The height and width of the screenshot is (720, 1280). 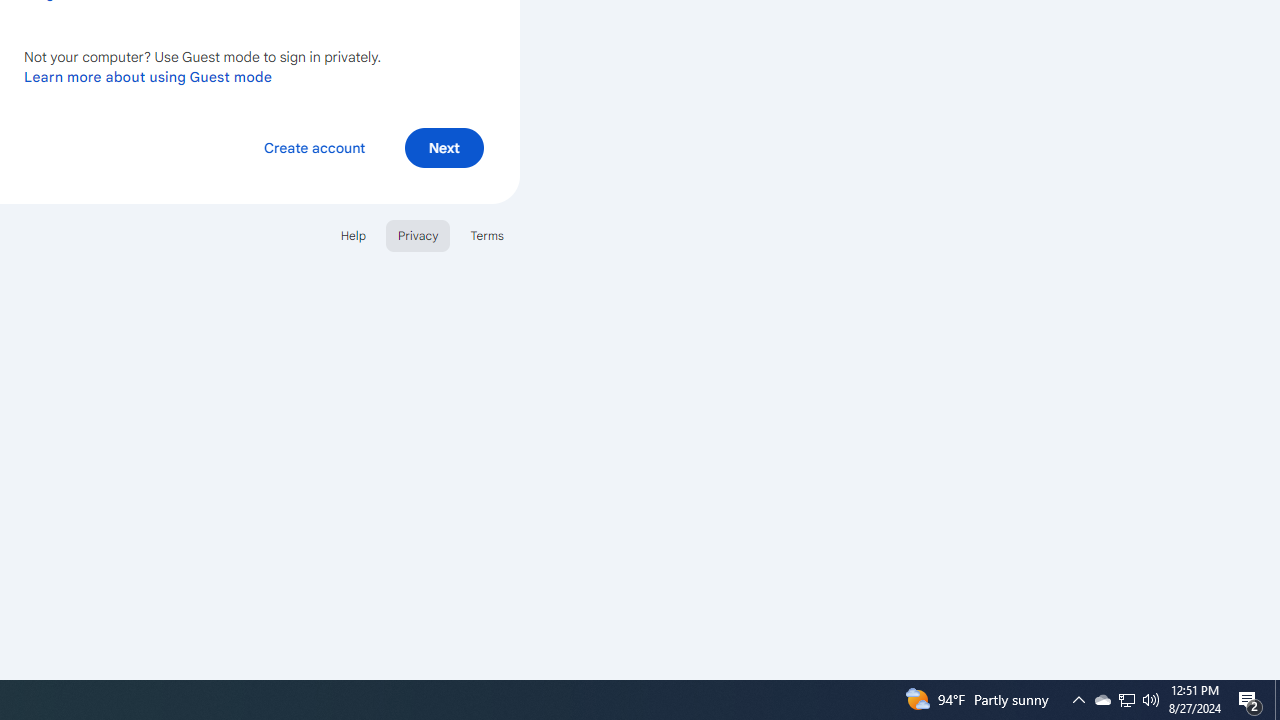 What do you see at coordinates (313, 146) in the screenshot?
I see `'Create account'` at bounding box center [313, 146].